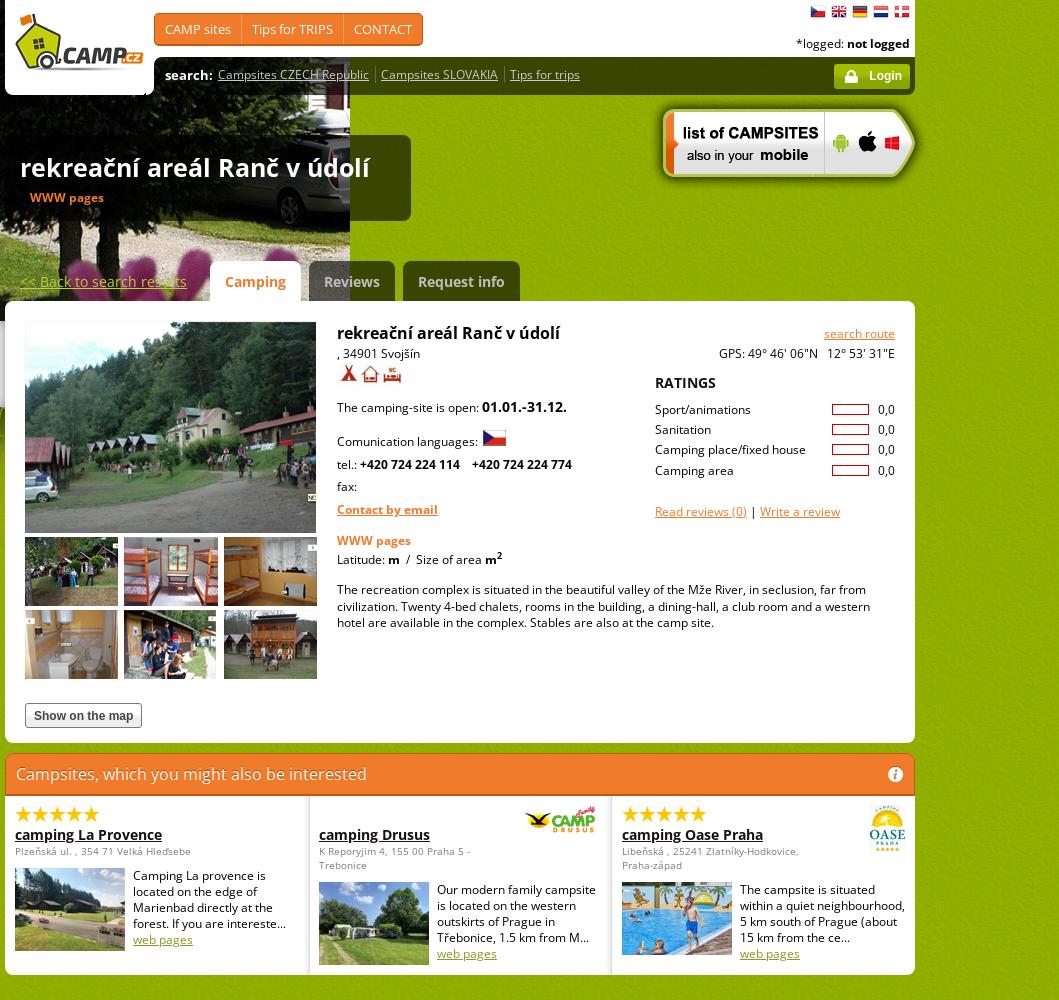  Describe the element at coordinates (407, 558) in the screenshot. I see `'/'` at that location.